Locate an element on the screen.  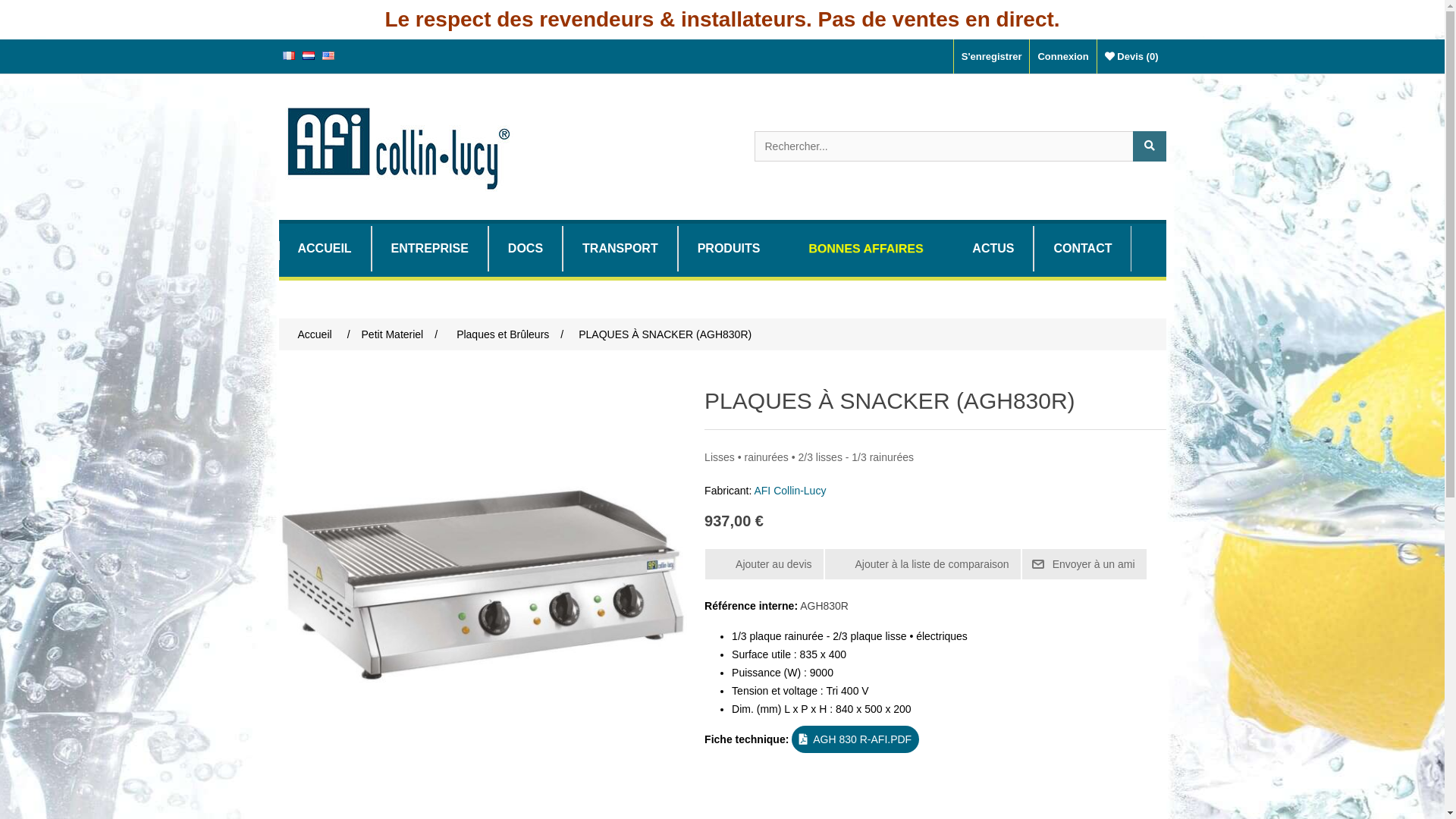
'AFI Collin-Lucy' is located at coordinates (789, 491).